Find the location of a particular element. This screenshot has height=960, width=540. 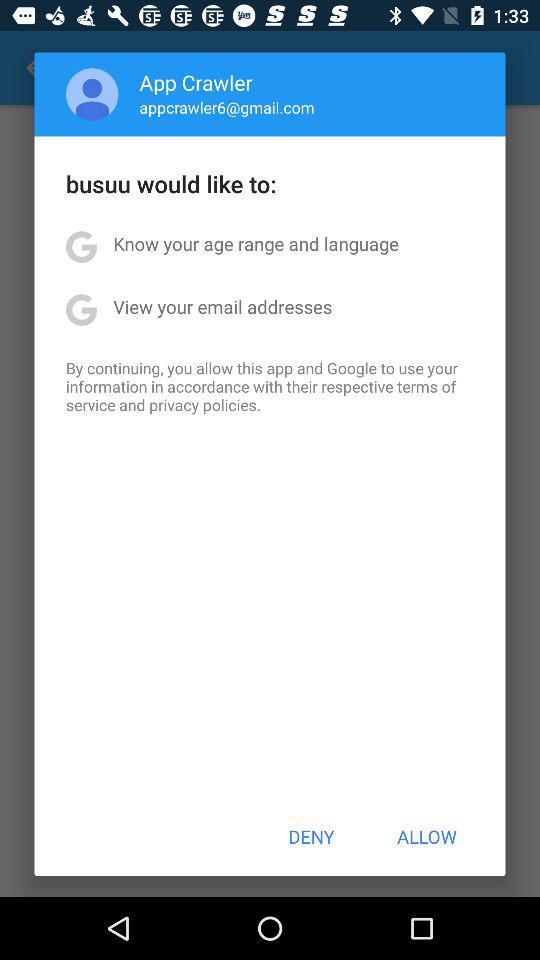

view your email is located at coordinates (221, 306).